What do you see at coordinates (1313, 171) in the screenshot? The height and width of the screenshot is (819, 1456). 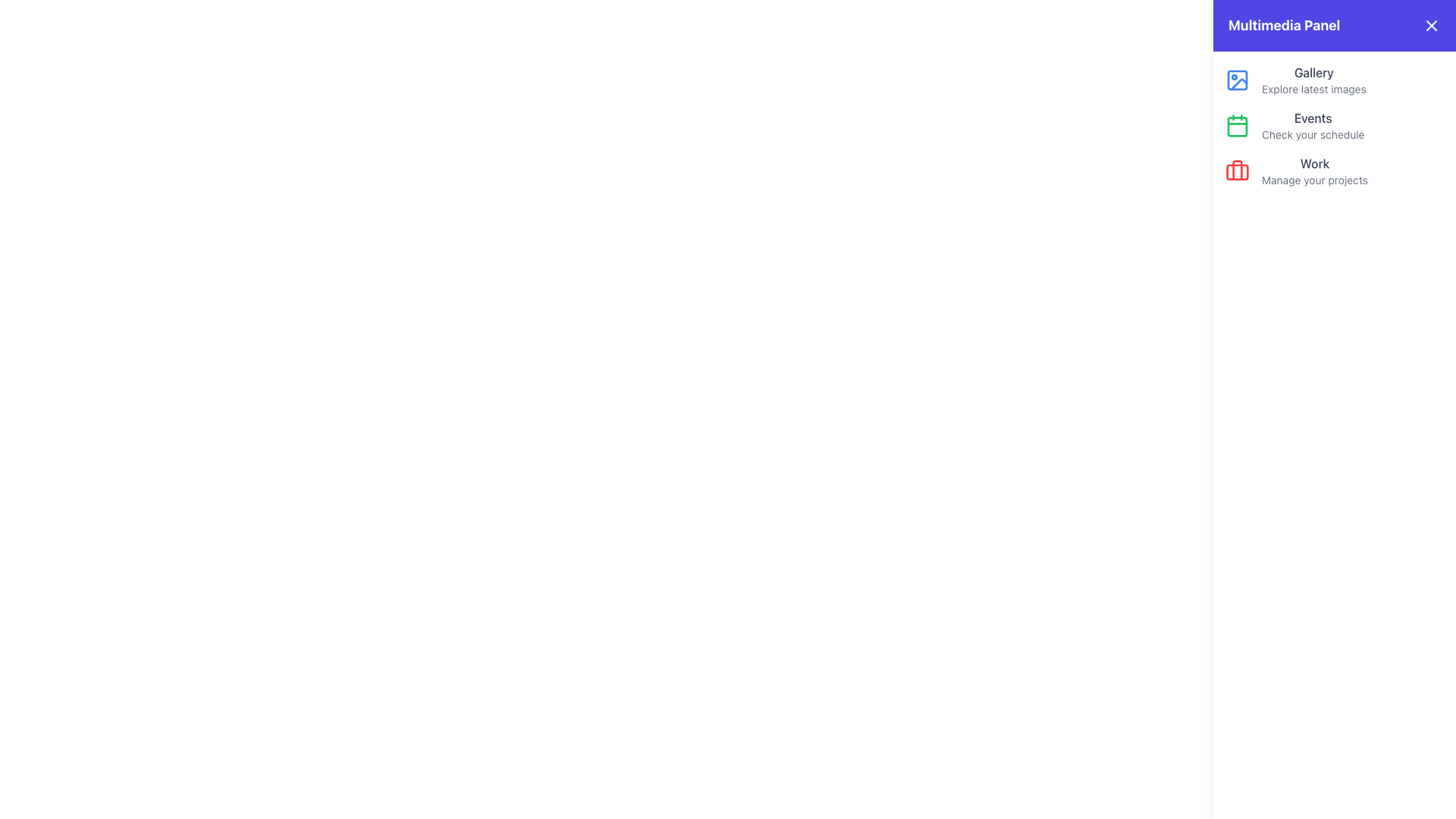 I see `the 'Work' label` at bounding box center [1313, 171].